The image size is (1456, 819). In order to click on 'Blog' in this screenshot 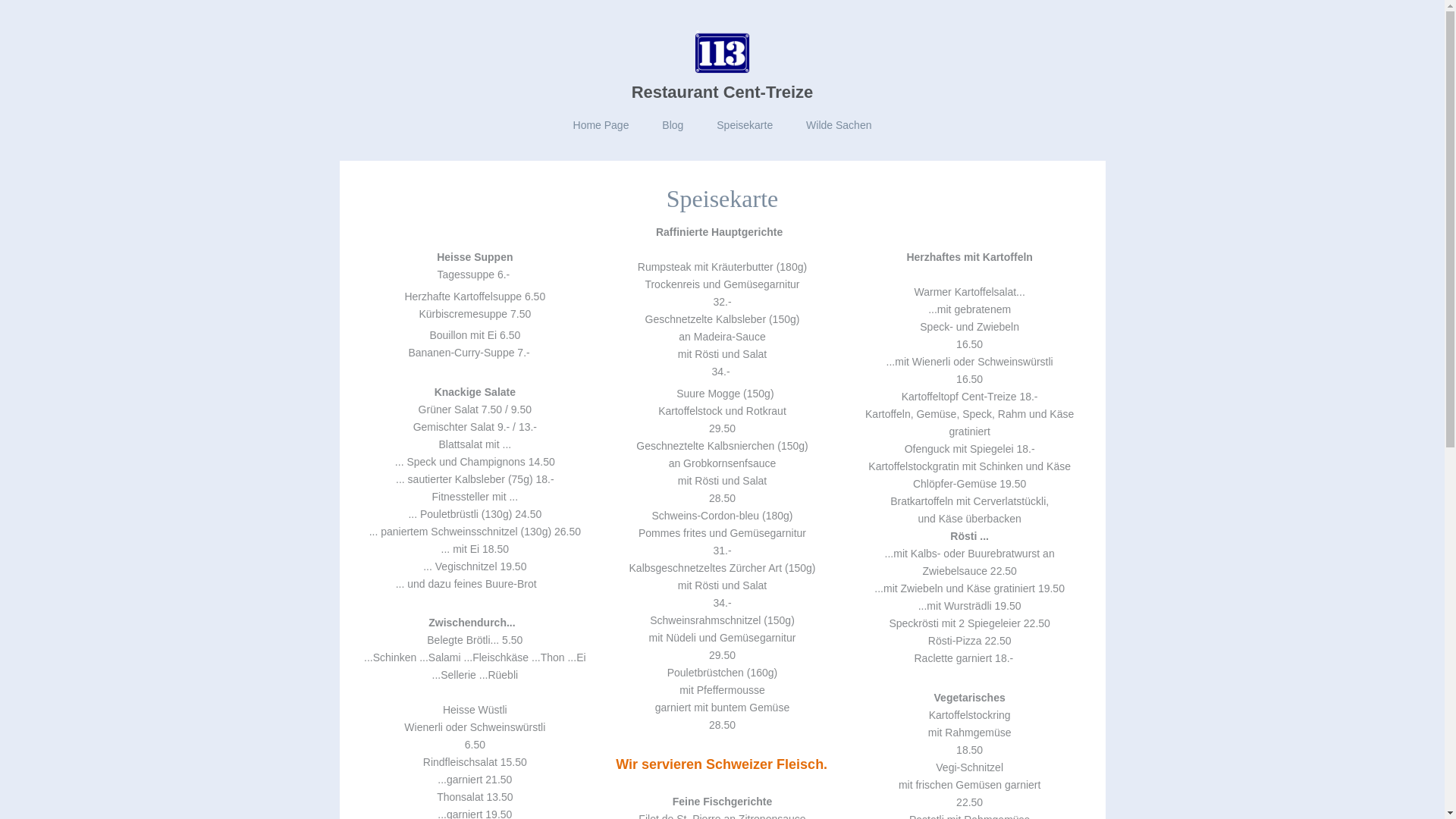, I will do `click(672, 124)`.